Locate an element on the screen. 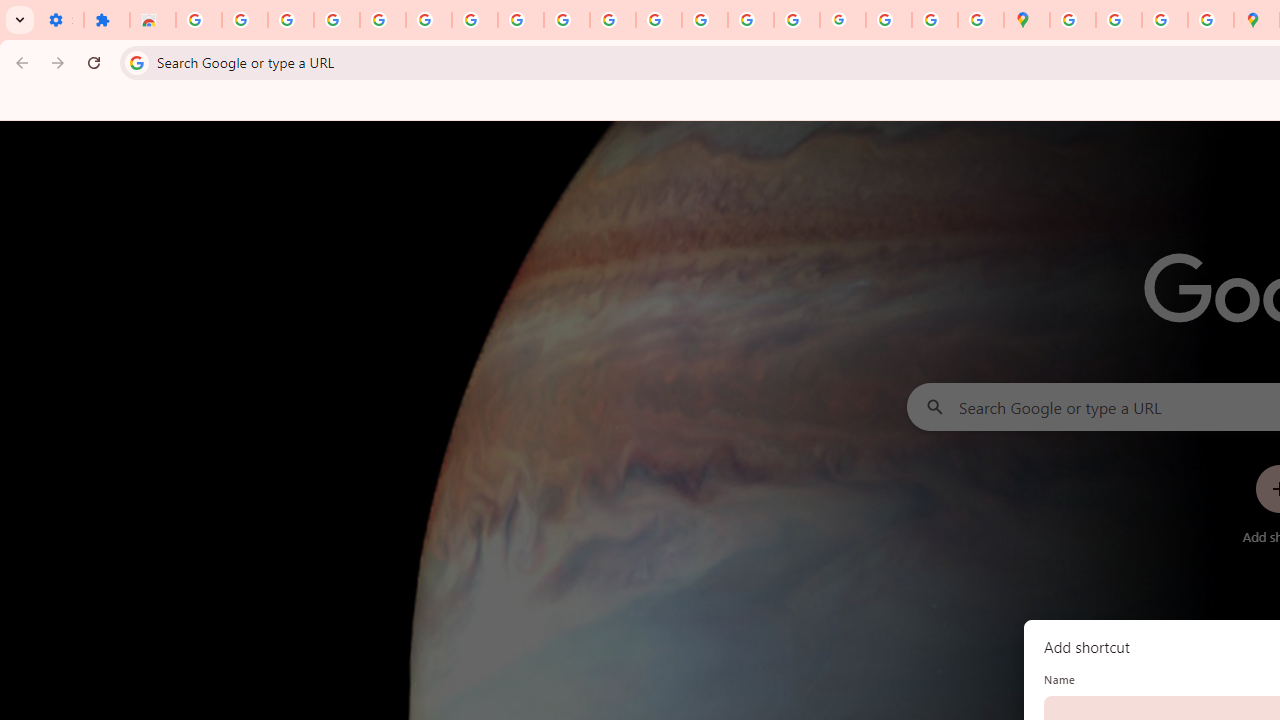 This screenshot has height=720, width=1280. 'Google Maps' is located at coordinates (1026, 20).